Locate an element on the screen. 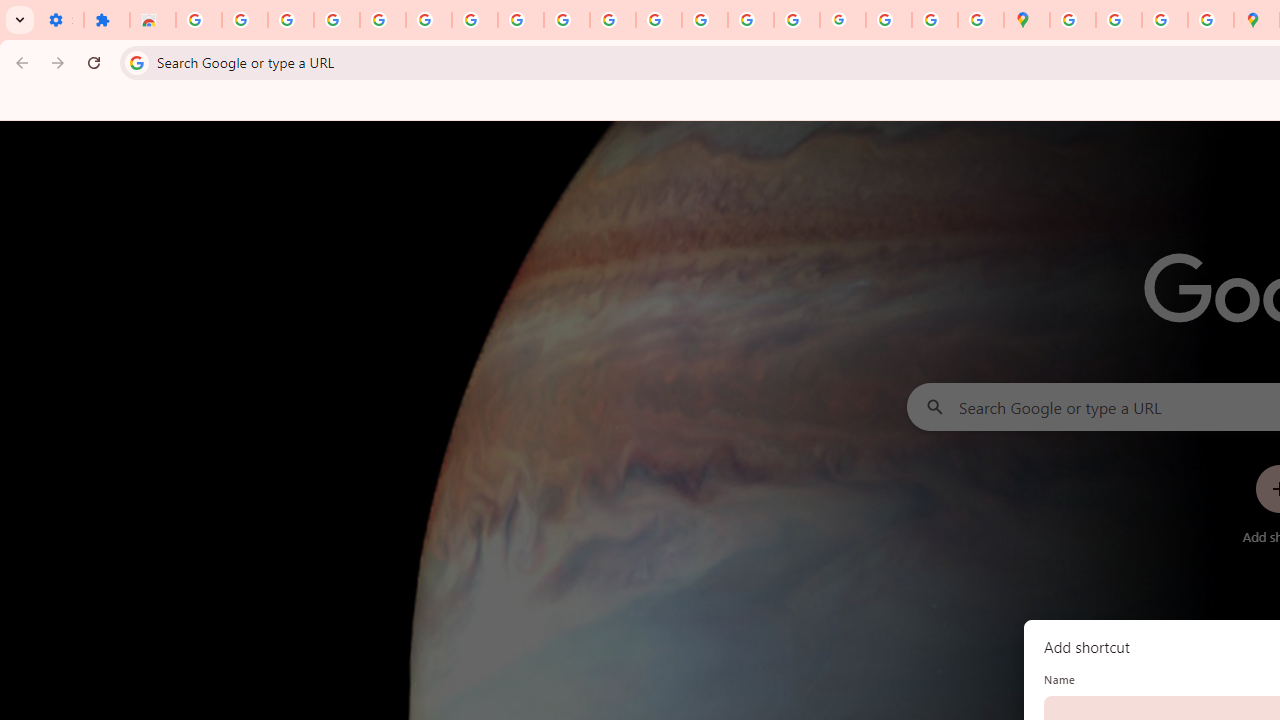 This screenshot has height=720, width=1280. 'Google Maps' is located at coordinates (1026, 20).